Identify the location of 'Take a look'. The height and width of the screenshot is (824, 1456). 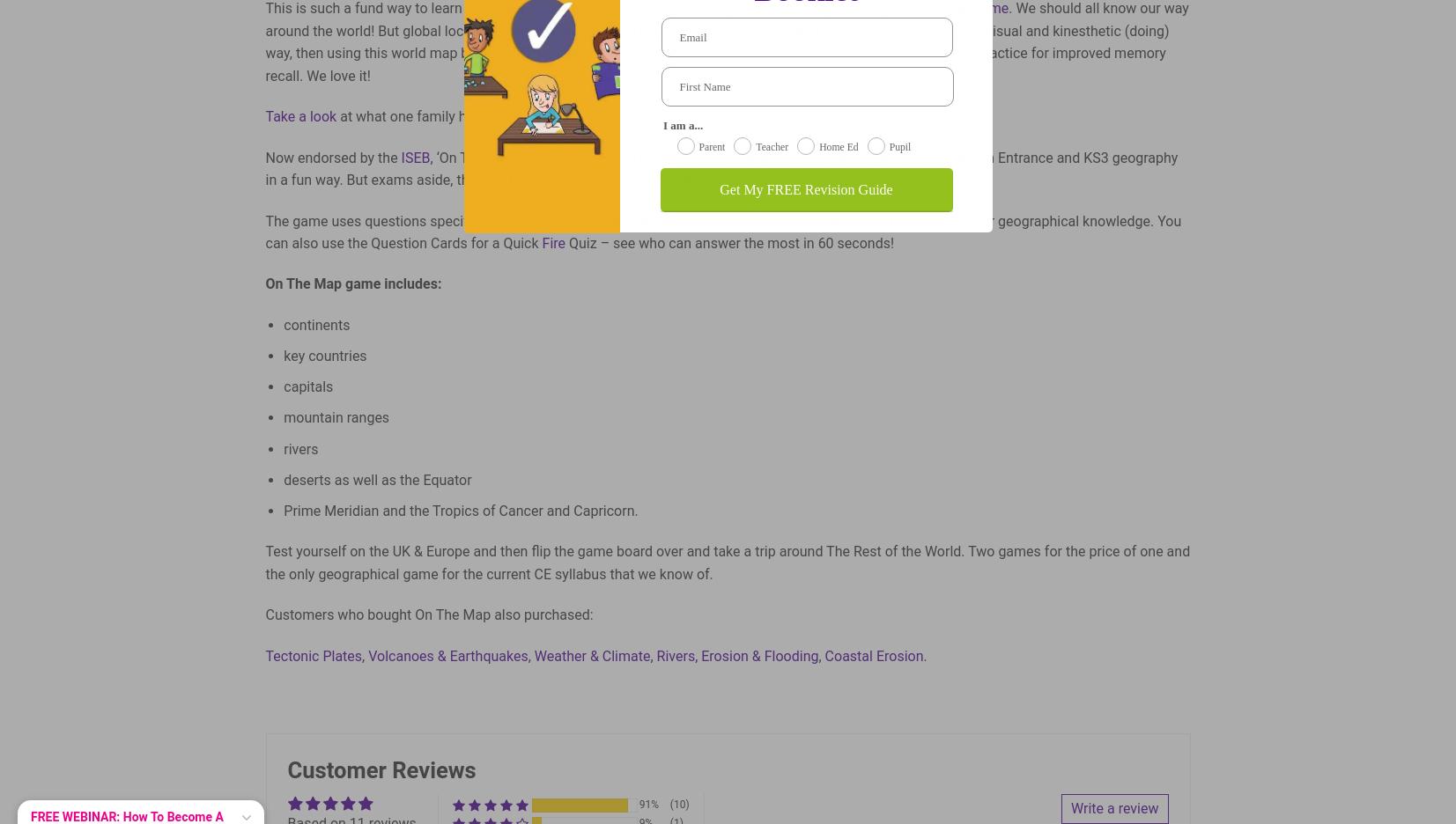
(299, 116).